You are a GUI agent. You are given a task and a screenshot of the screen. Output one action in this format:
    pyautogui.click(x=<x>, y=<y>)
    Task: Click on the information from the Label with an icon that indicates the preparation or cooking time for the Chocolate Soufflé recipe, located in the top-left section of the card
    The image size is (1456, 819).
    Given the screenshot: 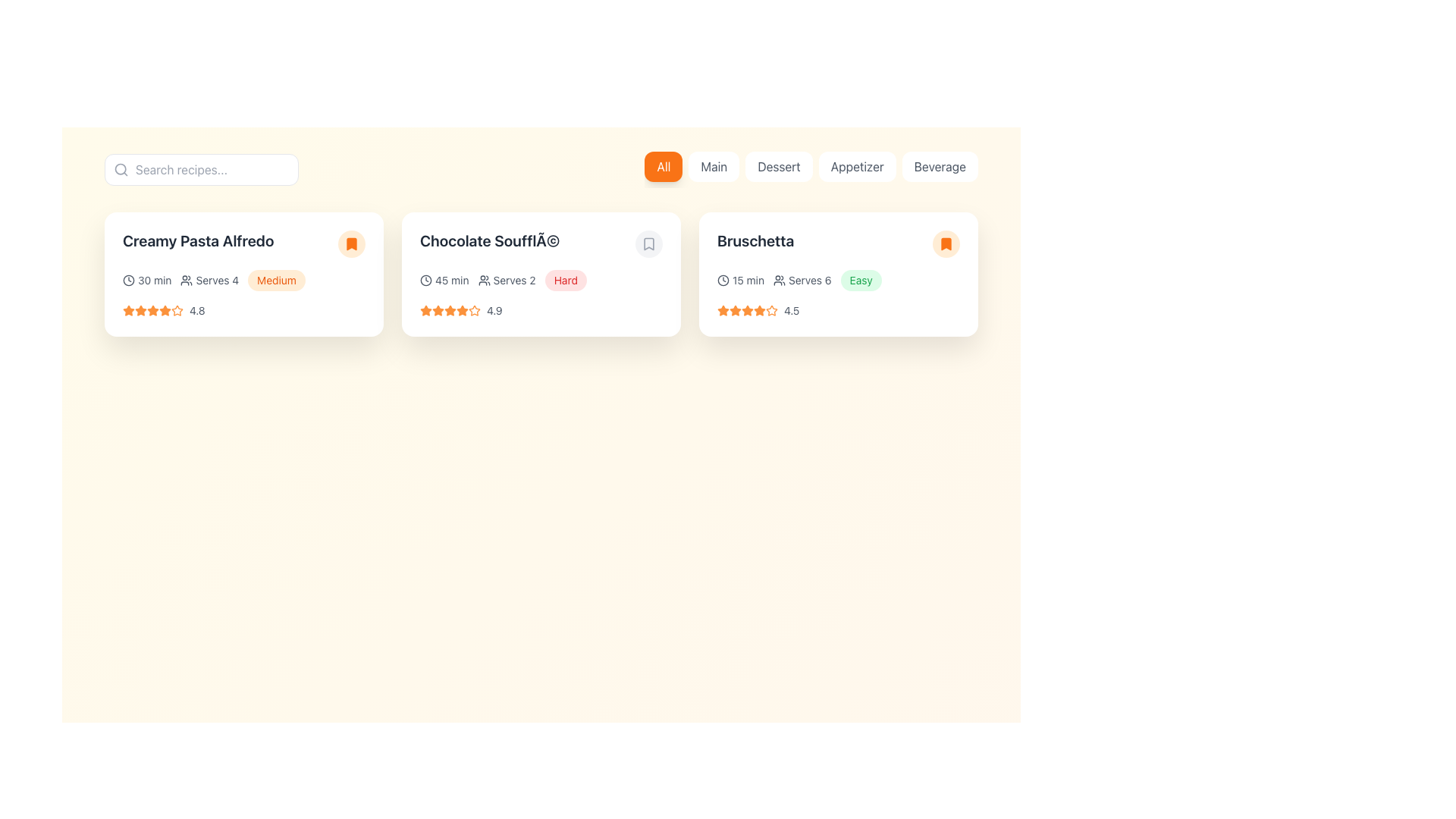 What is the action you would take?
    pyautogui.click(x=444, y=281)
    